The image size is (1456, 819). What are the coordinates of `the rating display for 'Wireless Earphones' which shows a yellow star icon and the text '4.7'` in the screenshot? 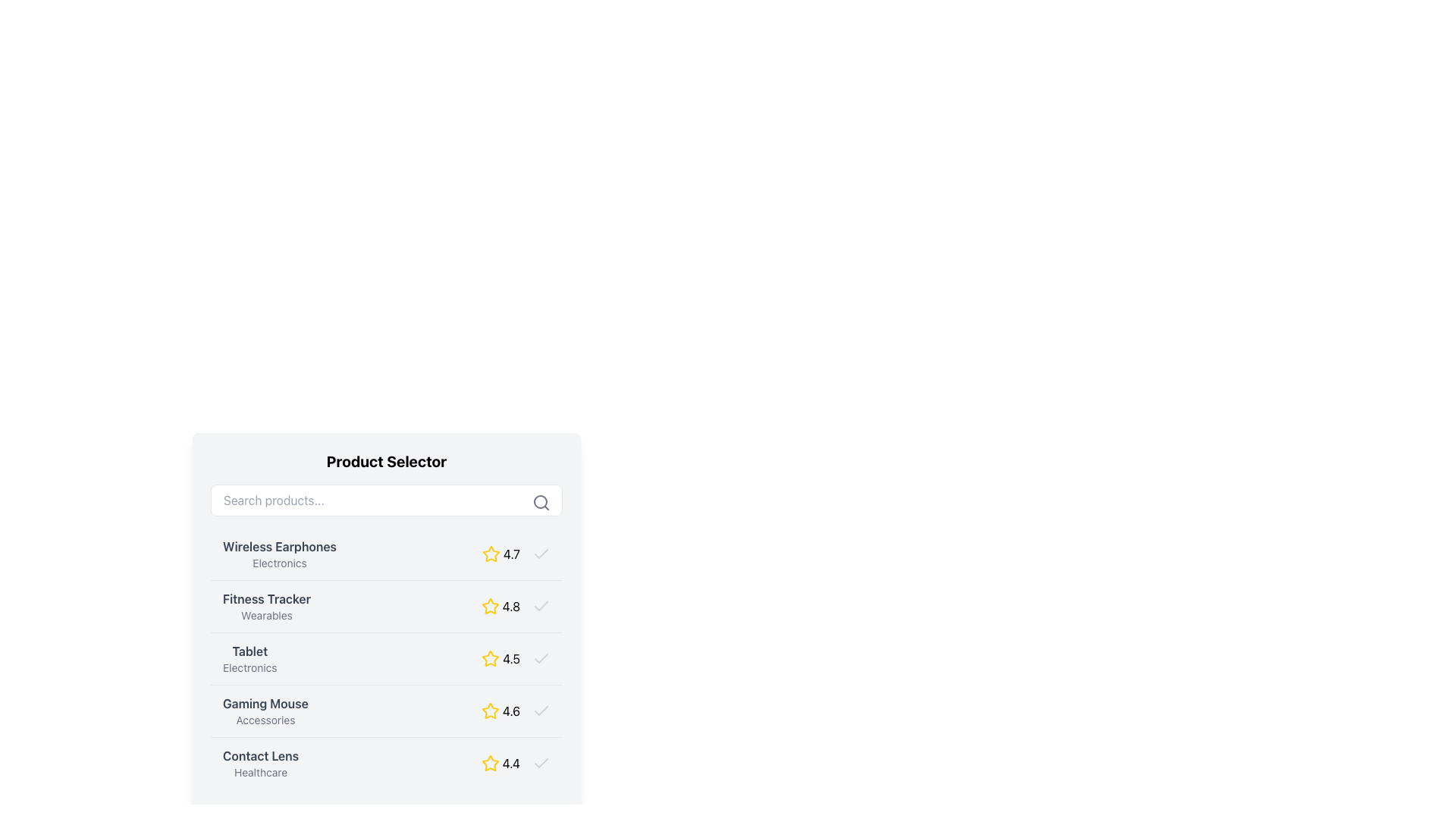 It's located at (516, 554).